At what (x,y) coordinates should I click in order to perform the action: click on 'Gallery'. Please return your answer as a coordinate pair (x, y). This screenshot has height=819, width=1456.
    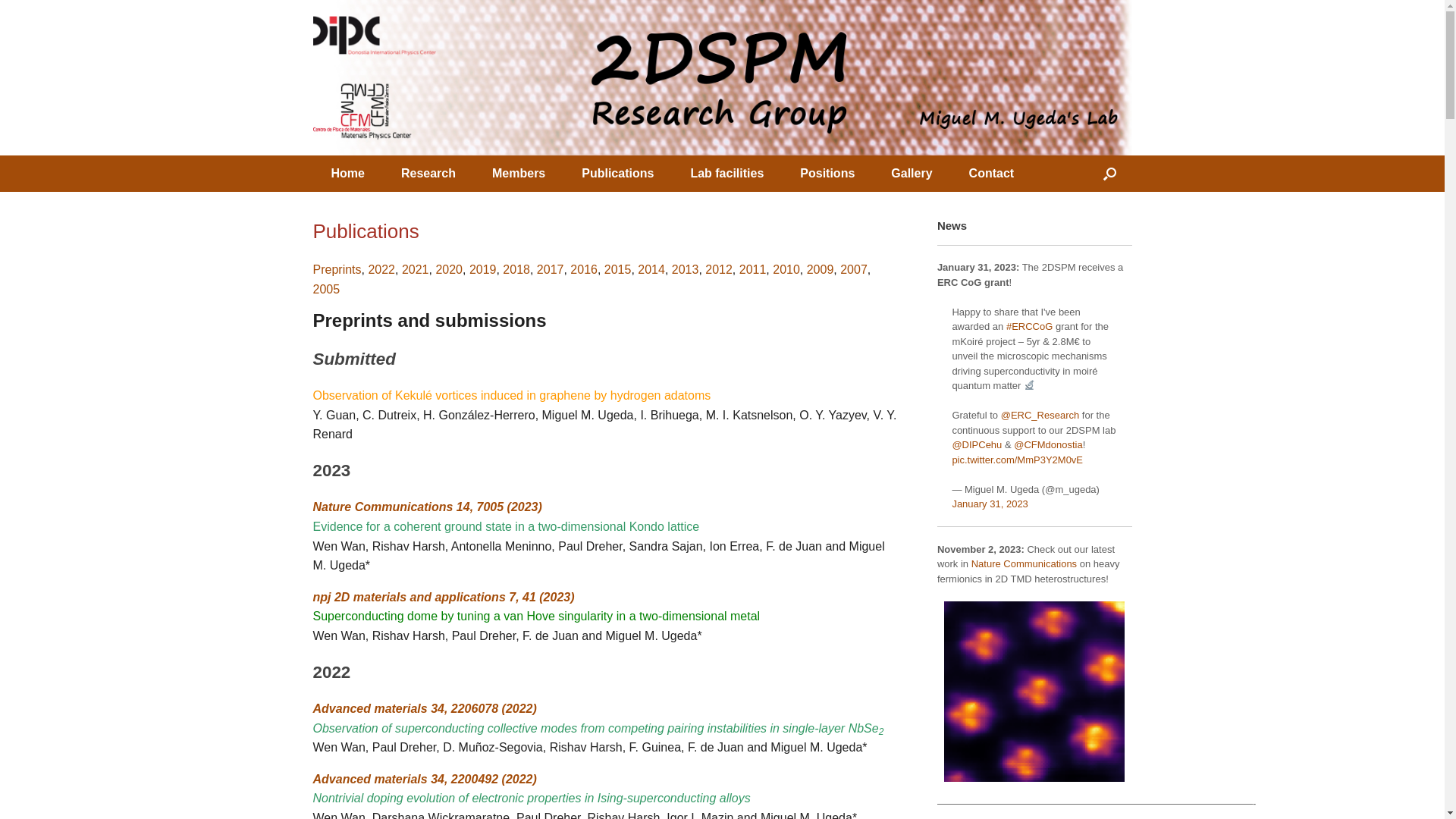
    Looking at the image, I should click on (910, 172).